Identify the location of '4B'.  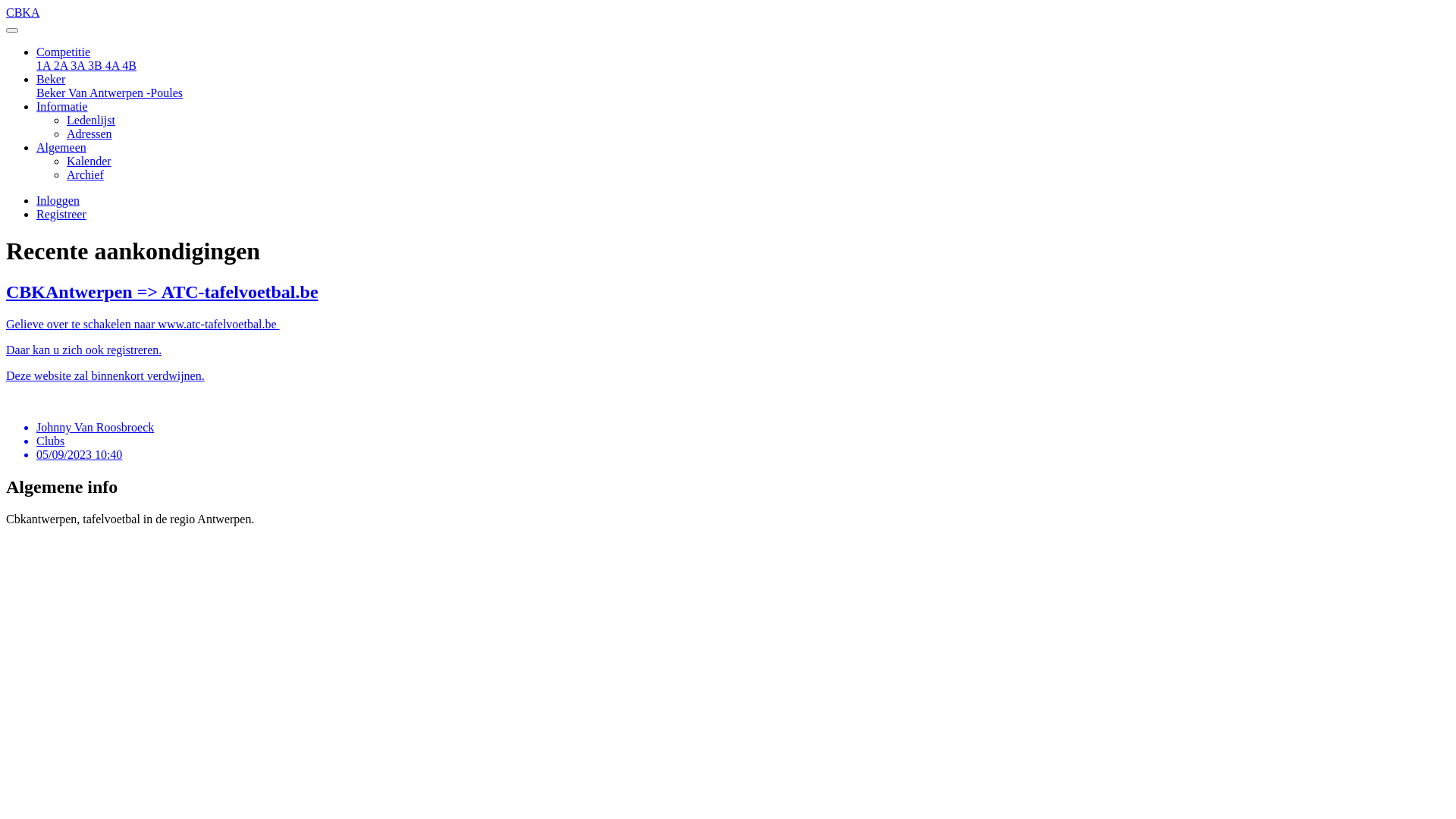
(129, 64).